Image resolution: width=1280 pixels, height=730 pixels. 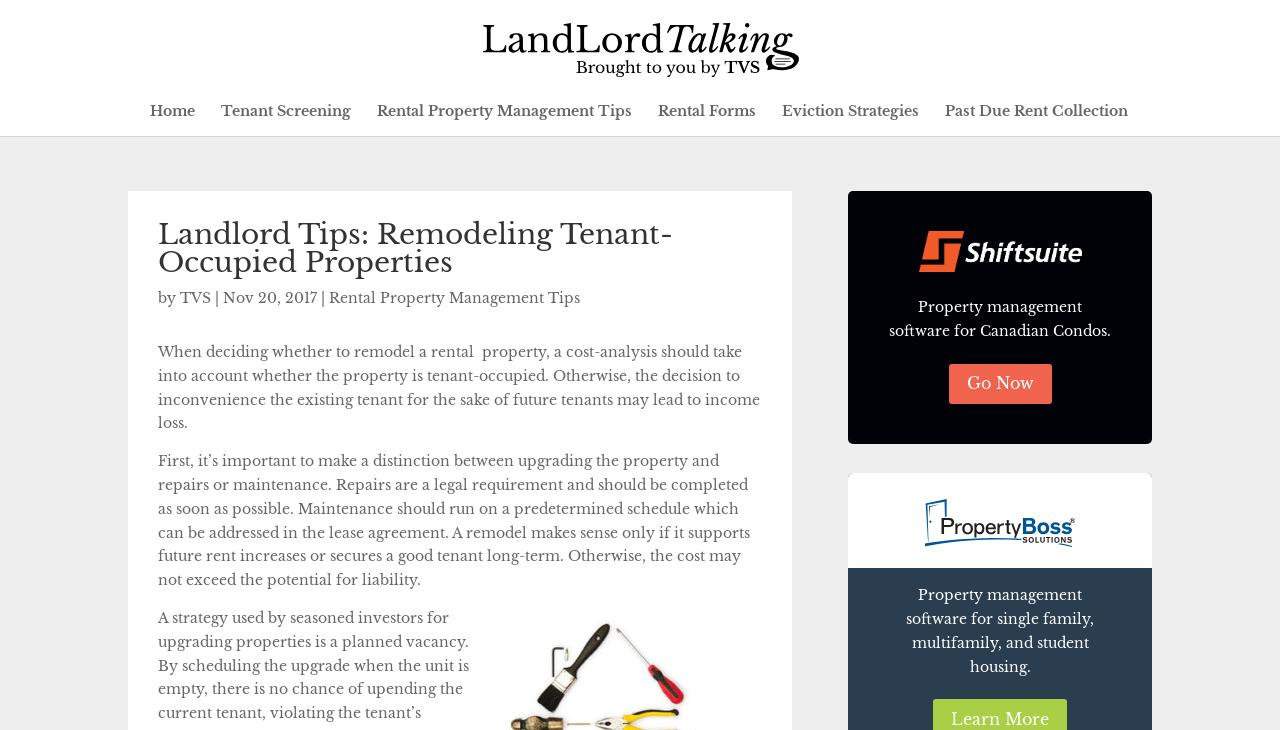 What do you see at coordinates (706, 110) in the screenshot?
I see `'Rental Forms'` at bounding box center [706, 110].